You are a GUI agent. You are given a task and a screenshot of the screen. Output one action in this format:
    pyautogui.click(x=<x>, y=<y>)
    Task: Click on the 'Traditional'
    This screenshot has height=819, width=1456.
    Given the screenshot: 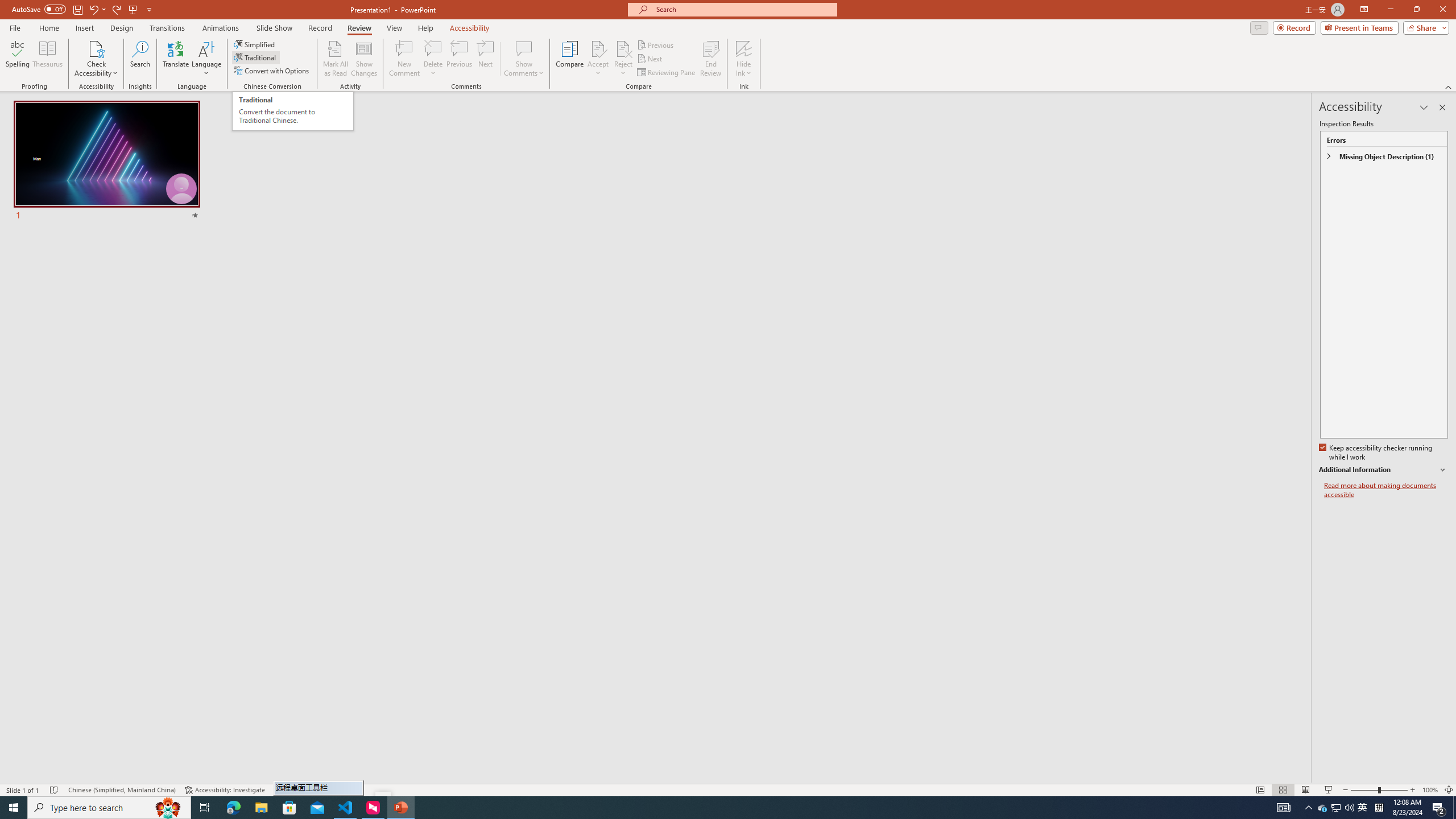 What is the action you would take?
    pyautogui.click(x=255, y=56)
    